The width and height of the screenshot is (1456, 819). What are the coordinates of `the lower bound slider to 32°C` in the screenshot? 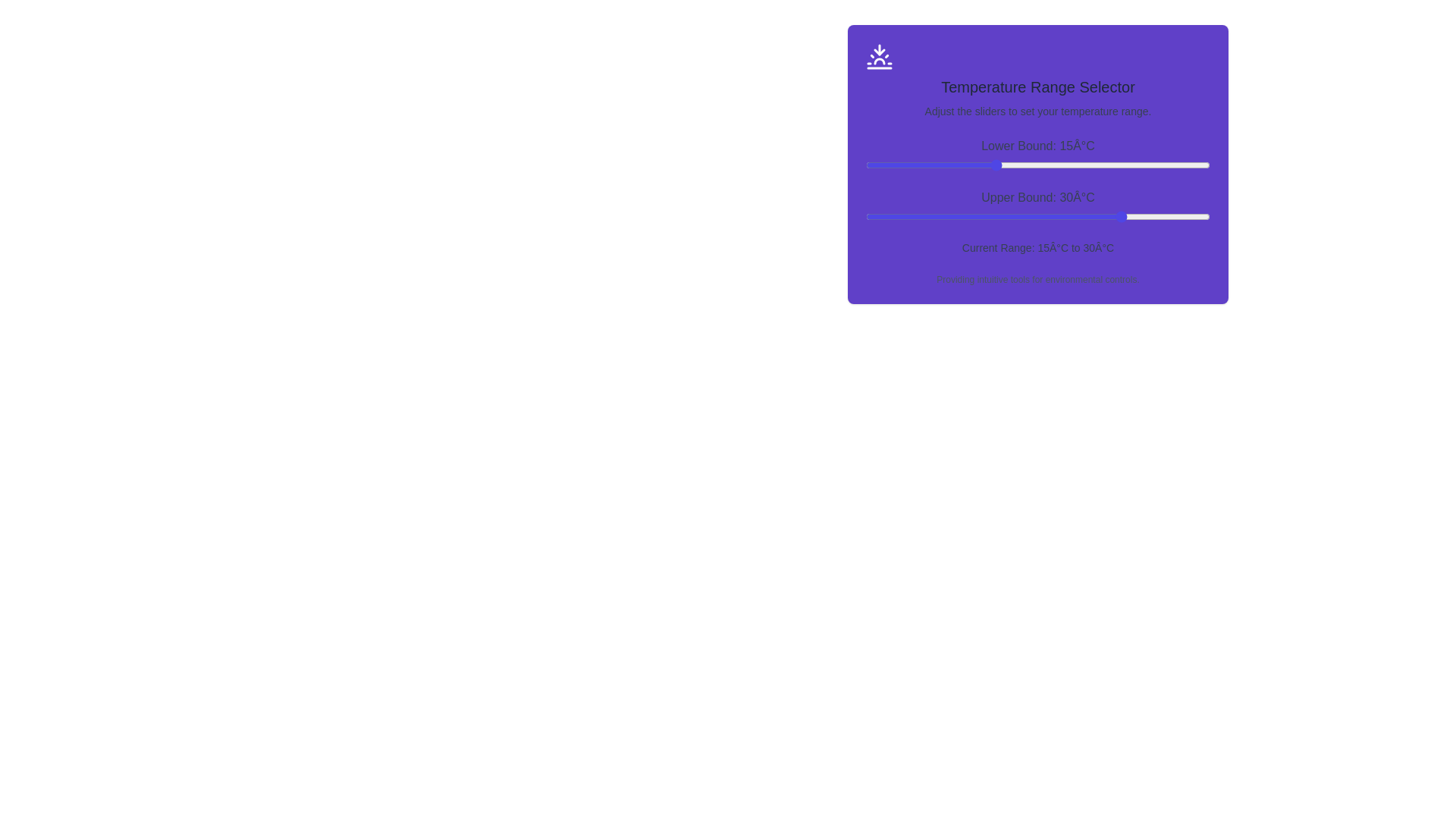 It's located at (1141, 165).